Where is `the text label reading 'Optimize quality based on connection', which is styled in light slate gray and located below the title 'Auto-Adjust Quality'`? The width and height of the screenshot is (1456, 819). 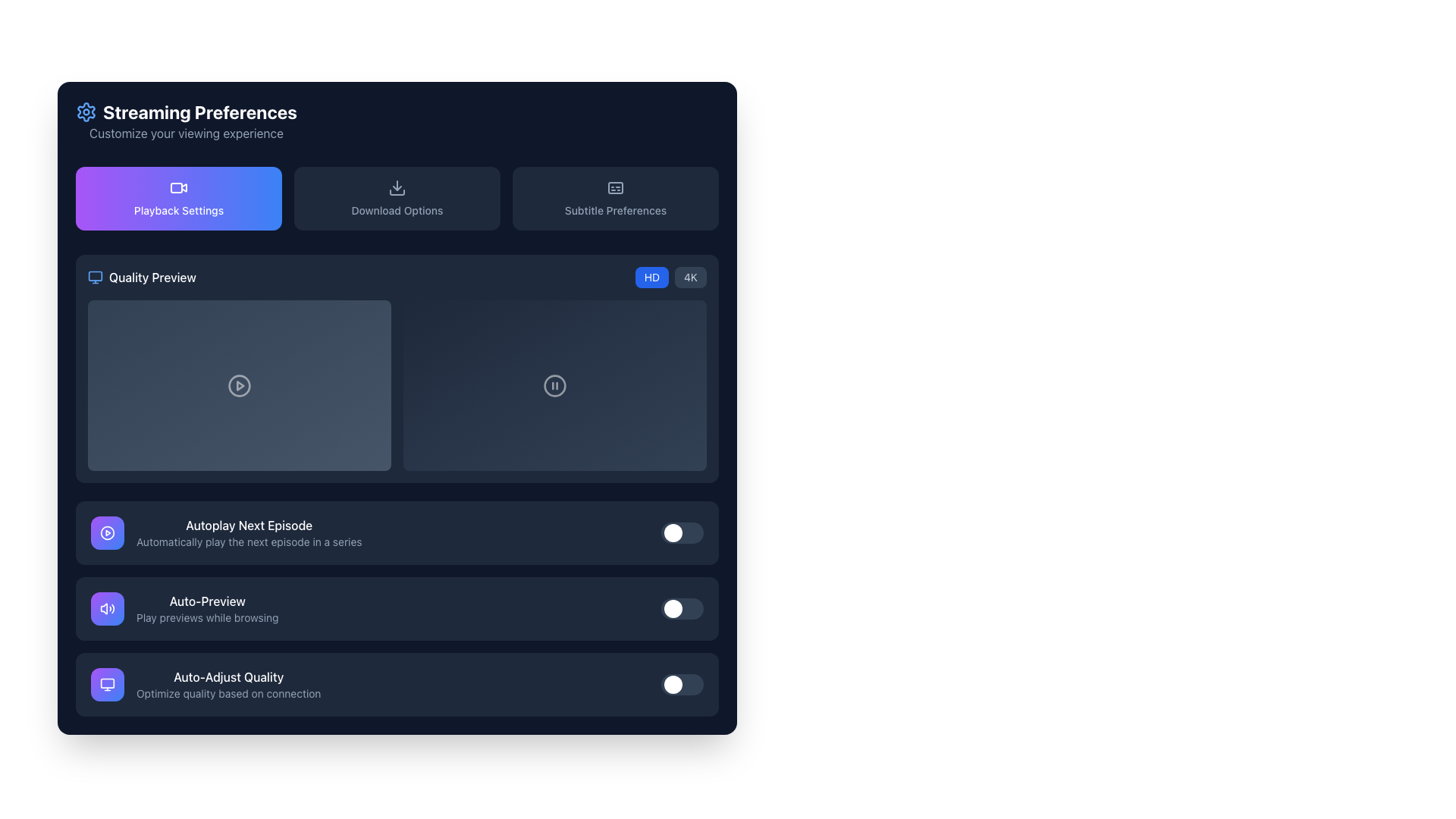 the text label reading 'Optimize quality based on connection', which is styled in light slate gray and located below the title 'Auto-Adjust Quality' is located at coordinates (227, 693).